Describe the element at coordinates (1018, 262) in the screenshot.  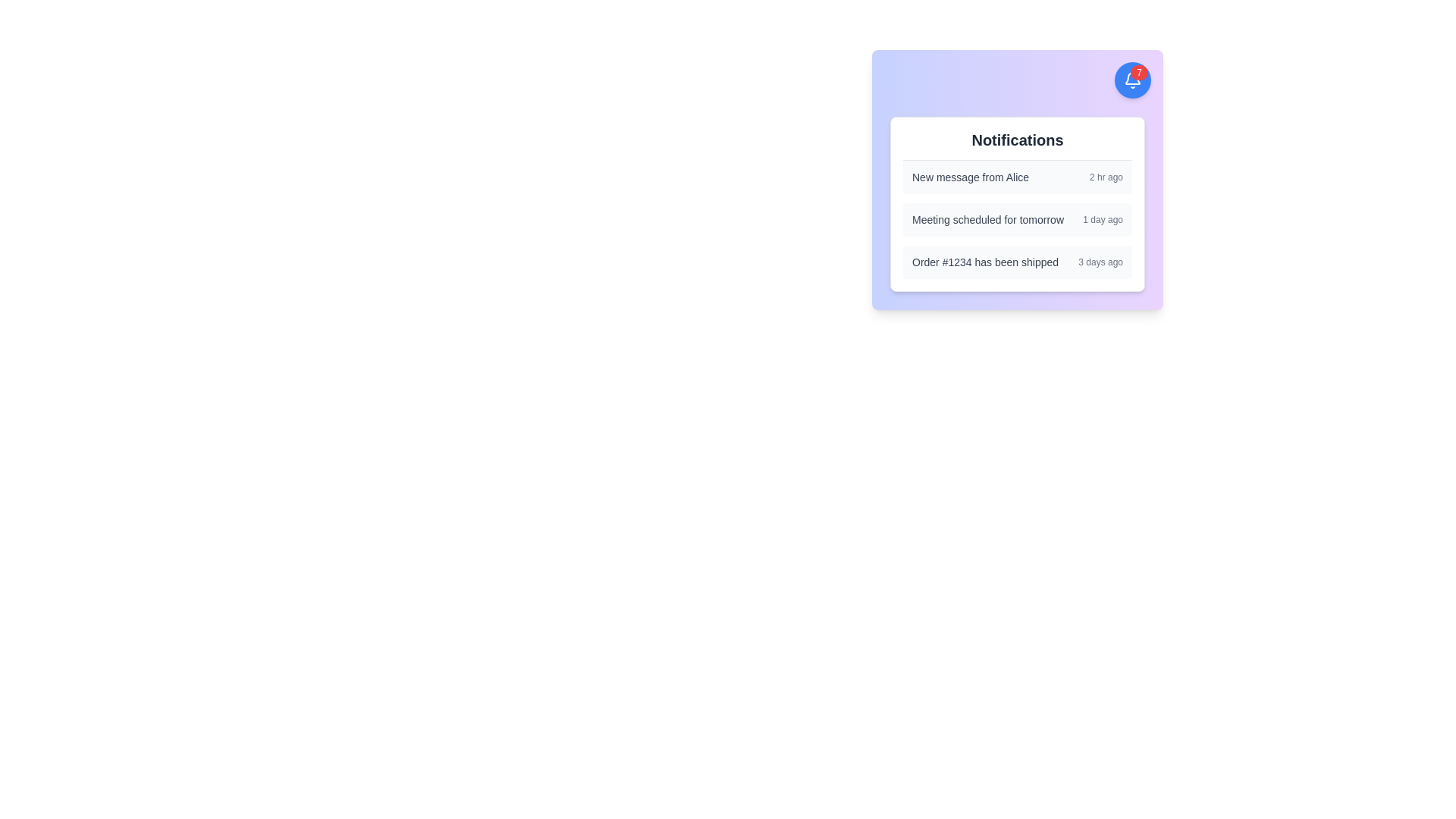
I see `the last notification entry stating 'Order #1234 has been shipped' to highlight its content` at that location.